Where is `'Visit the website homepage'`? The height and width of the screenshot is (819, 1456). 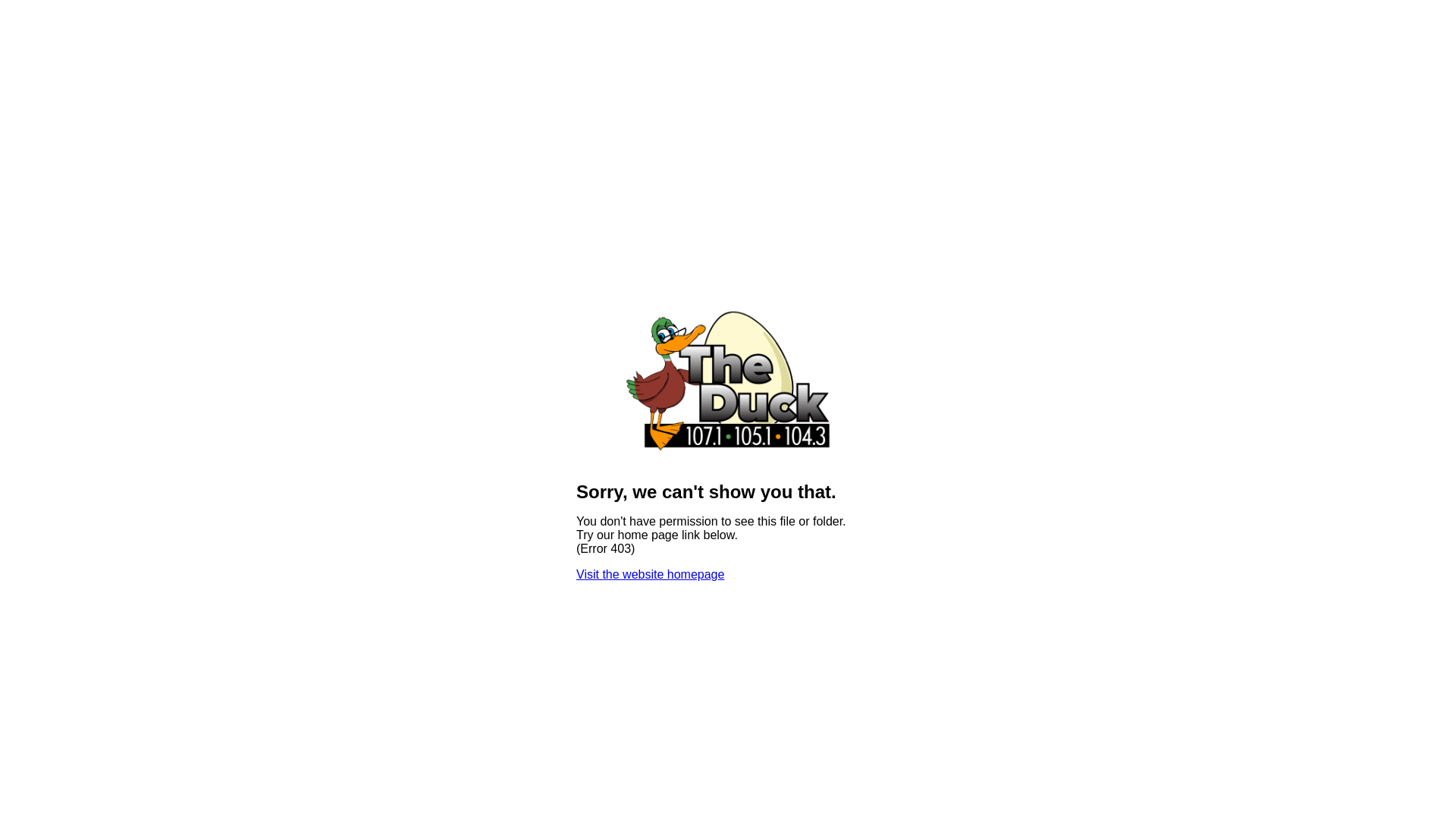
'Visit the website homepage' is located at coordinates (650, 574).